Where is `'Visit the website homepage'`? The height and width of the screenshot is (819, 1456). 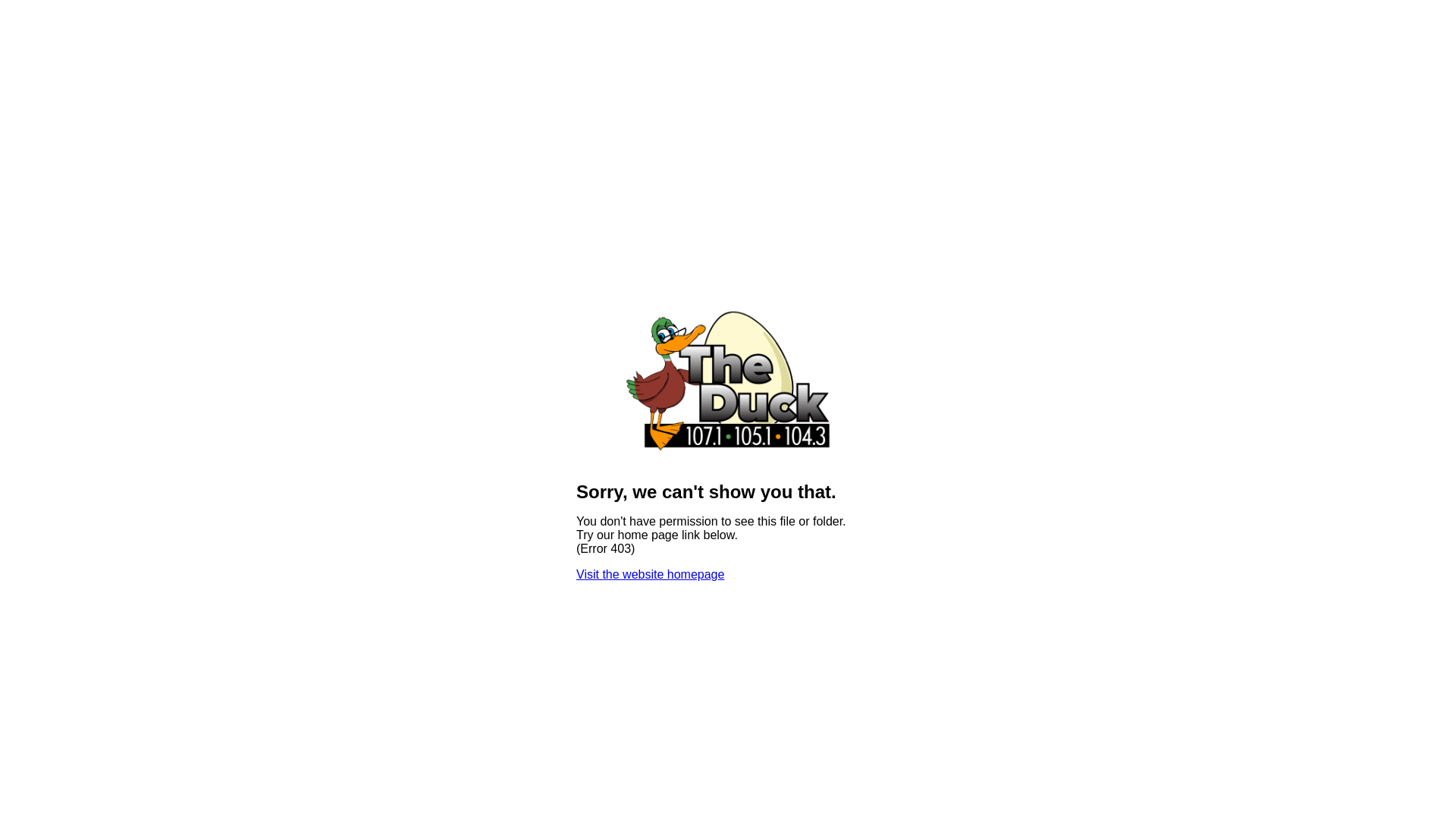
'Visit the website homepage' is located at coordinates (650, 574).